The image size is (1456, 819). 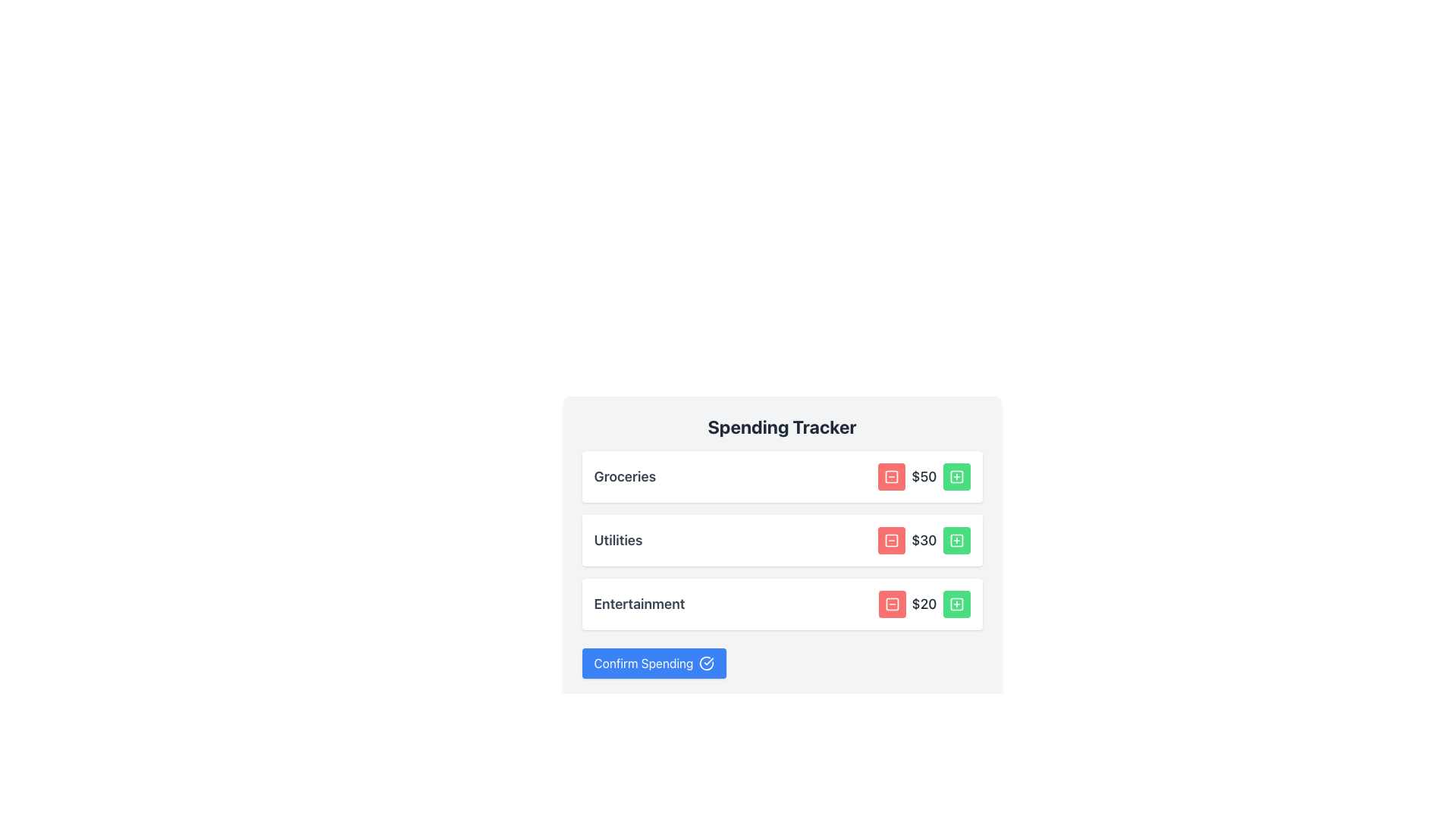 What do you see at coordinates (892, 604) in the screenshot?
I see `the small square red button located near the right side of the 'Entertainment' entry in the list` at bounding box center [892, 604].